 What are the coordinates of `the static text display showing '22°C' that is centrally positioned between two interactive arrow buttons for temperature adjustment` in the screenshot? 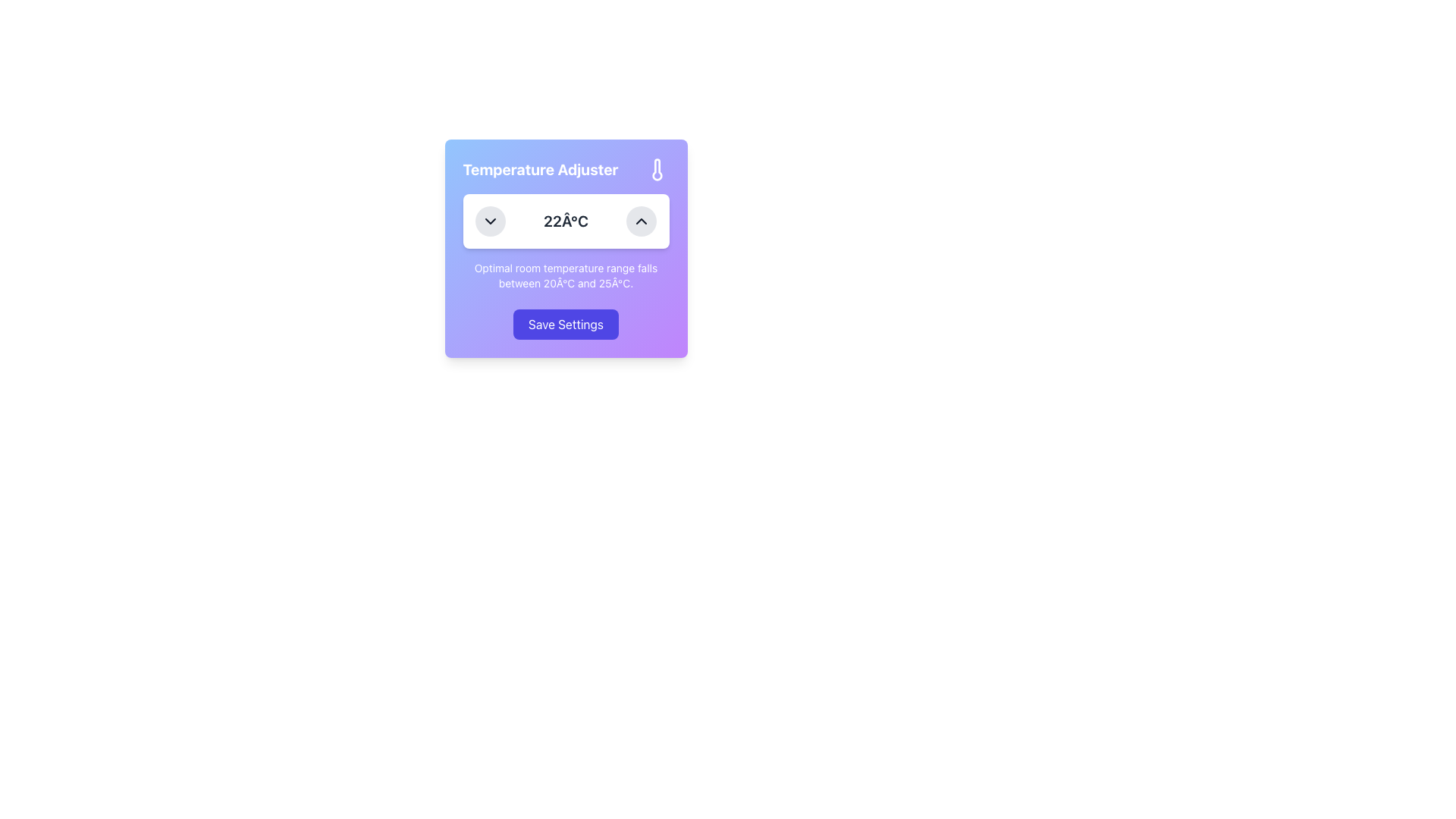 It's located at (565, 221).